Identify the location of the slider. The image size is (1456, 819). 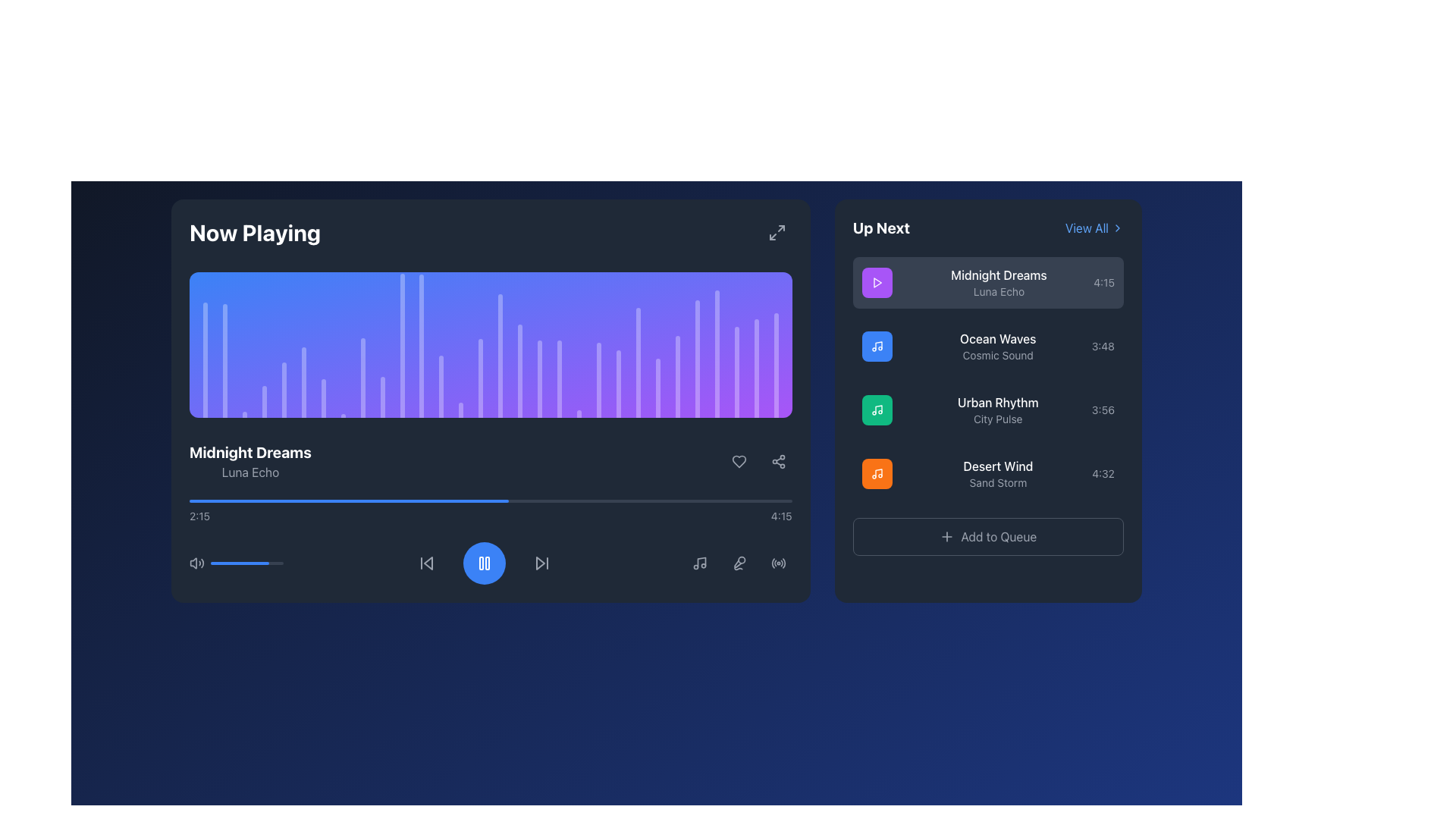
(246, 563).